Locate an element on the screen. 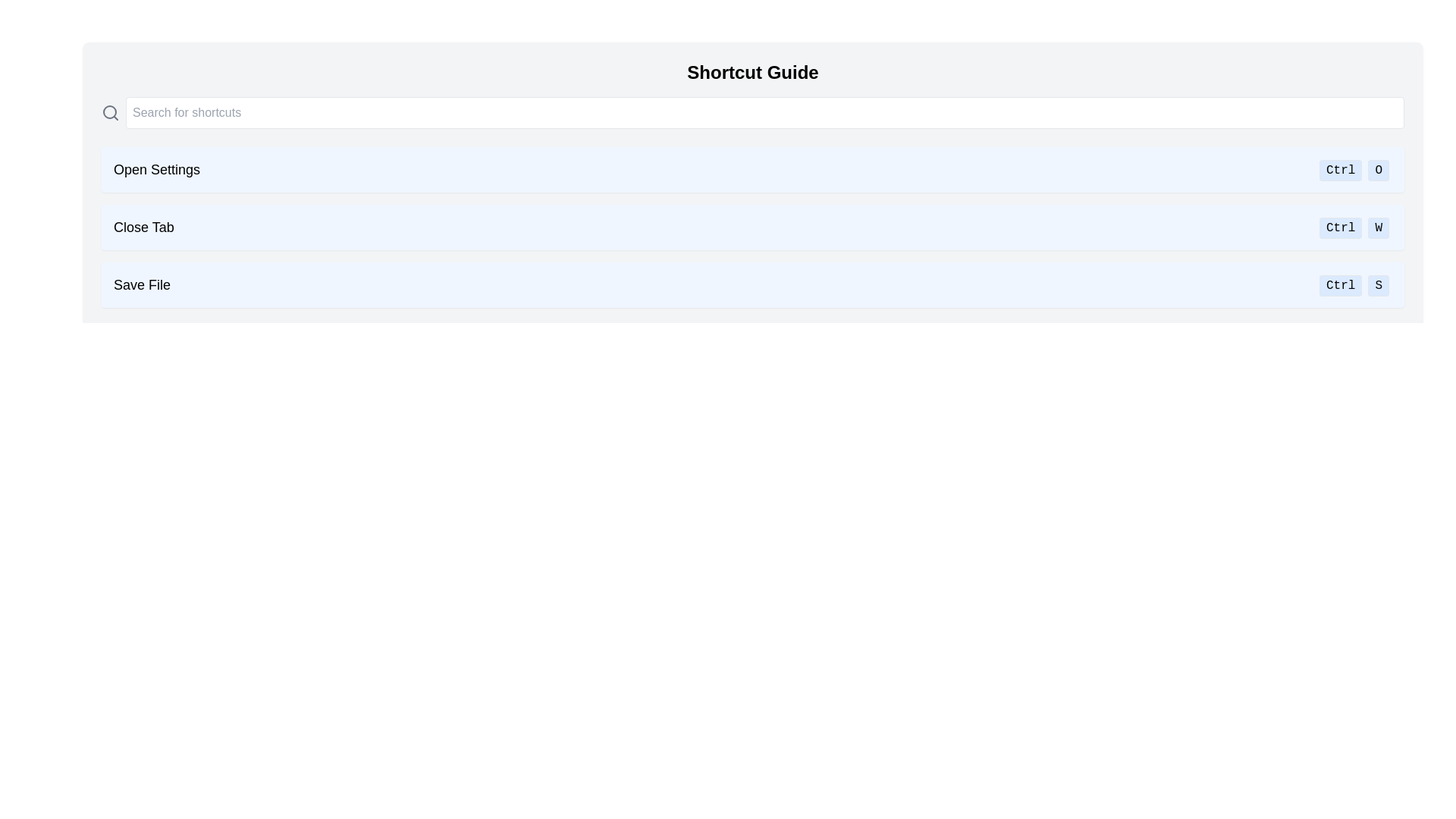  the Keyboard shortcut display for 'Ctrl + S', which is a compact rectangular UI component with a light blue background and dark border, located on the far-right end of the 'Save File' row is located at coordinates (1354, 284).